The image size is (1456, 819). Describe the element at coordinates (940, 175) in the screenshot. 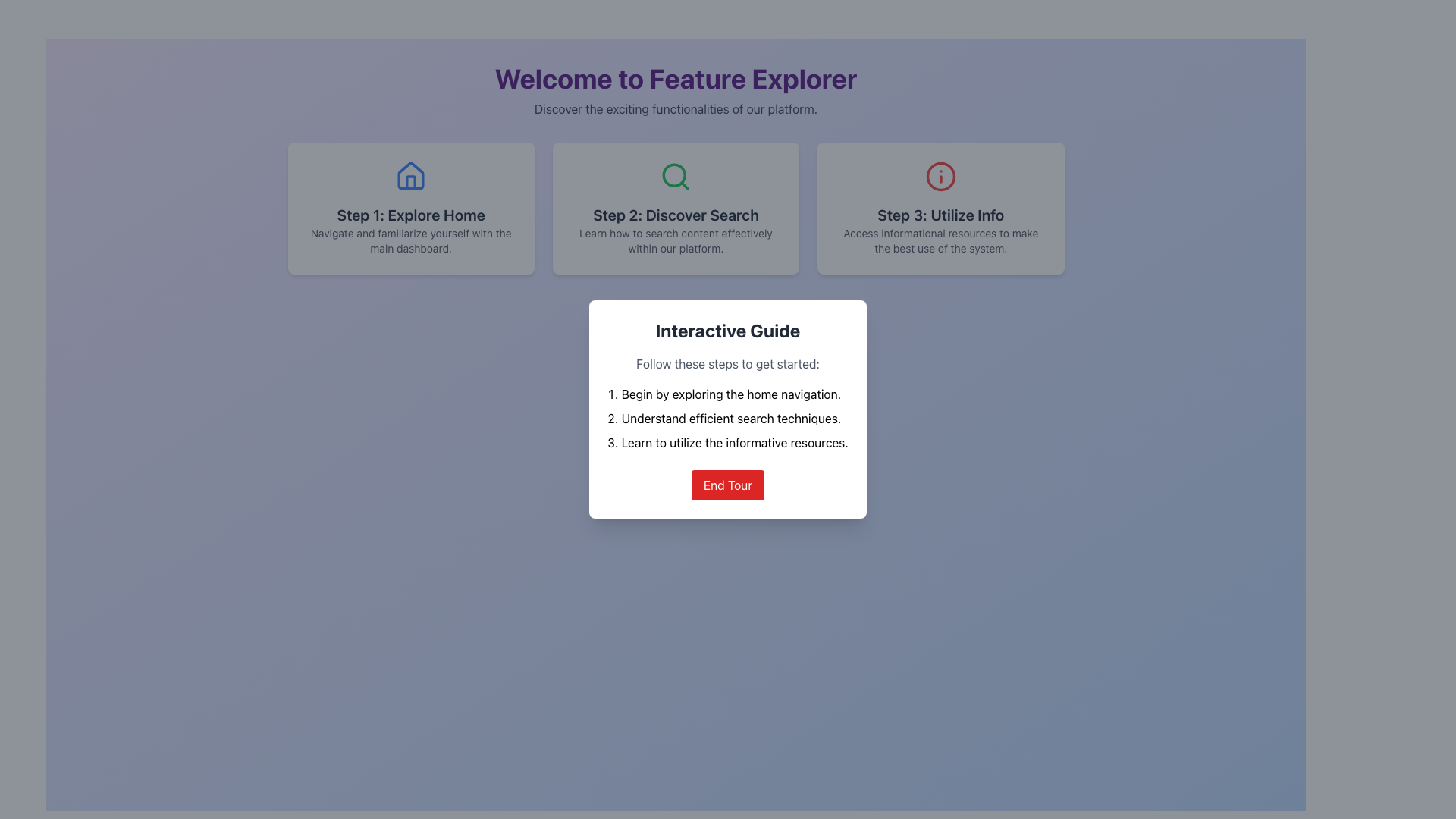

I see `the information icon` at that location.